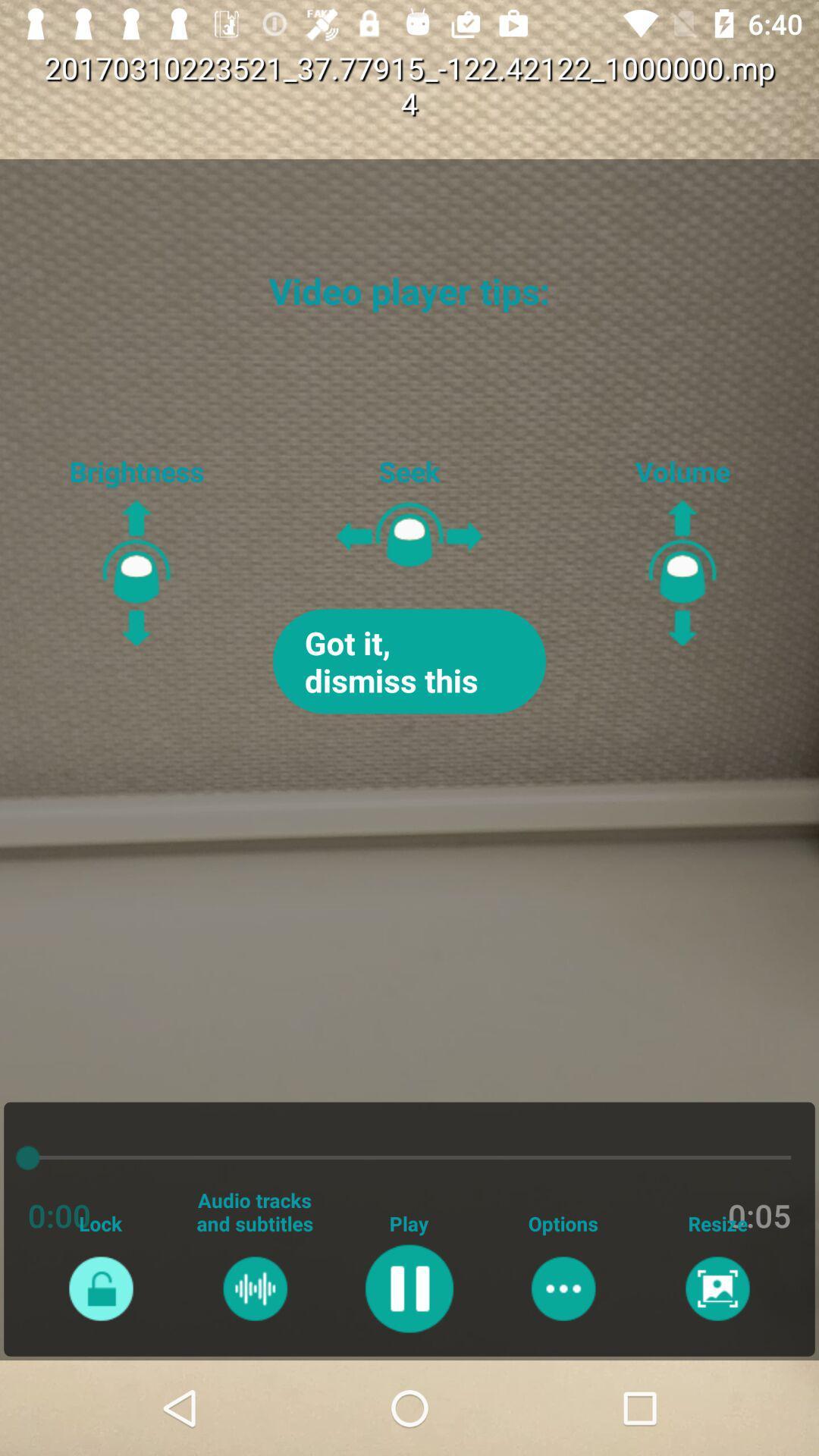 Image resolution: width=819 pixels, height=1456 pixels. What do you see at coordinates (101, 1288) in the screenshot?
I see `lock option` at bounding box center [101, 1288].